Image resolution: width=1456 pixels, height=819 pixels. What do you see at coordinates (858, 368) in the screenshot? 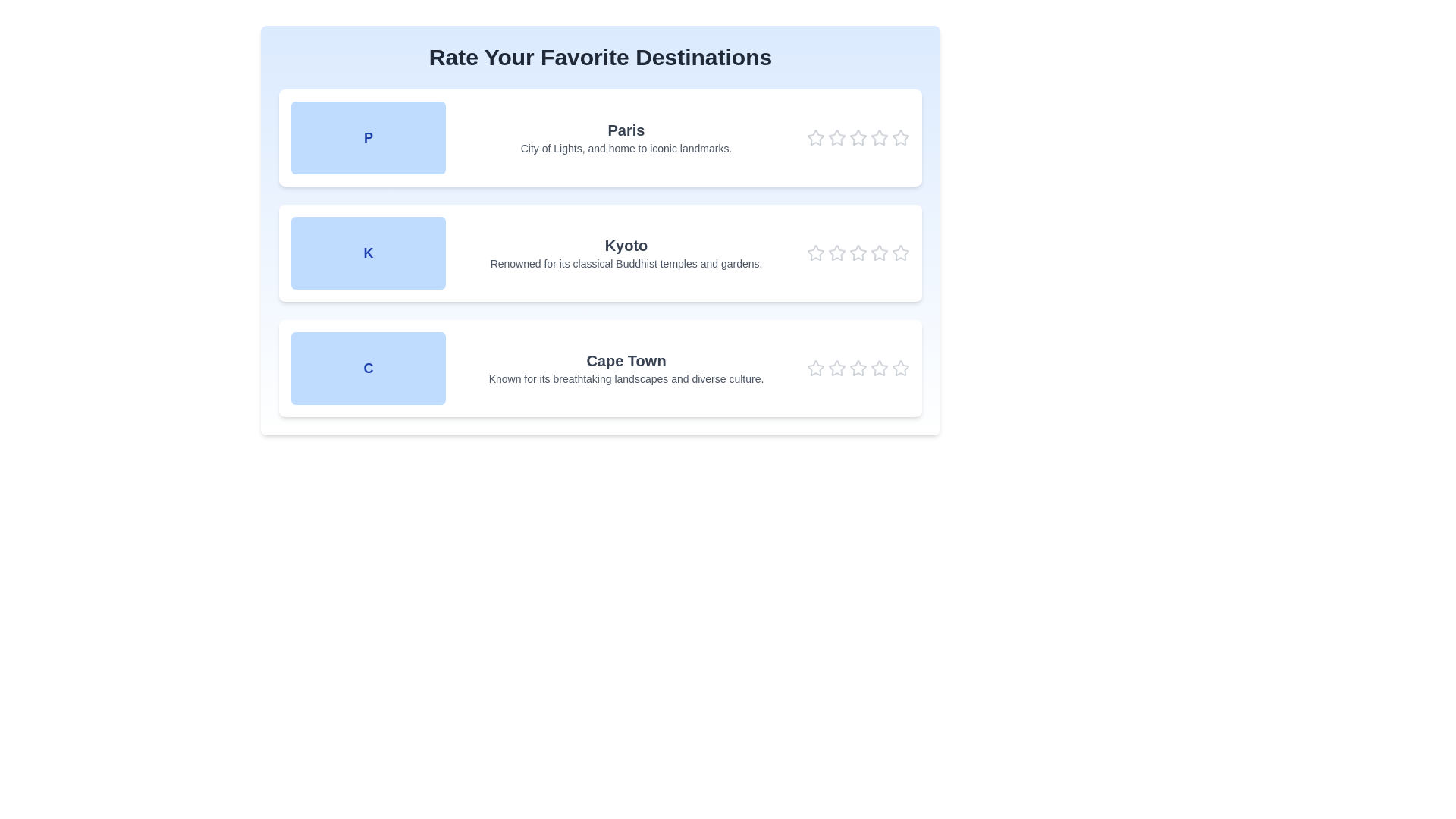
I see `the star icon located on the right side of the 'Cape Town' row in the rating bar to receive feedback` at bounding box center [858, 368].